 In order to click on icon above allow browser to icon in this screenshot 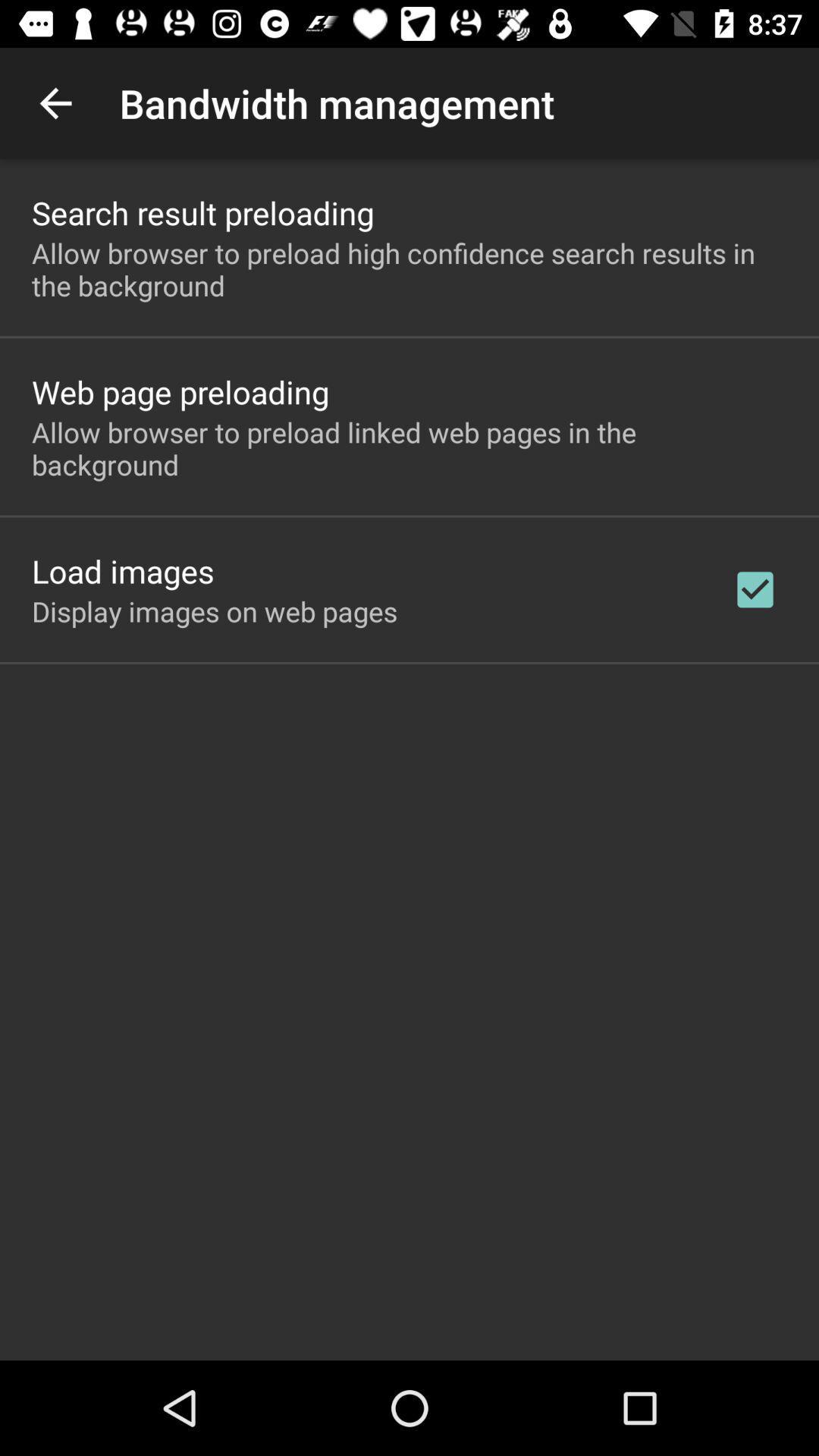, I will do `click(202, 212)`.